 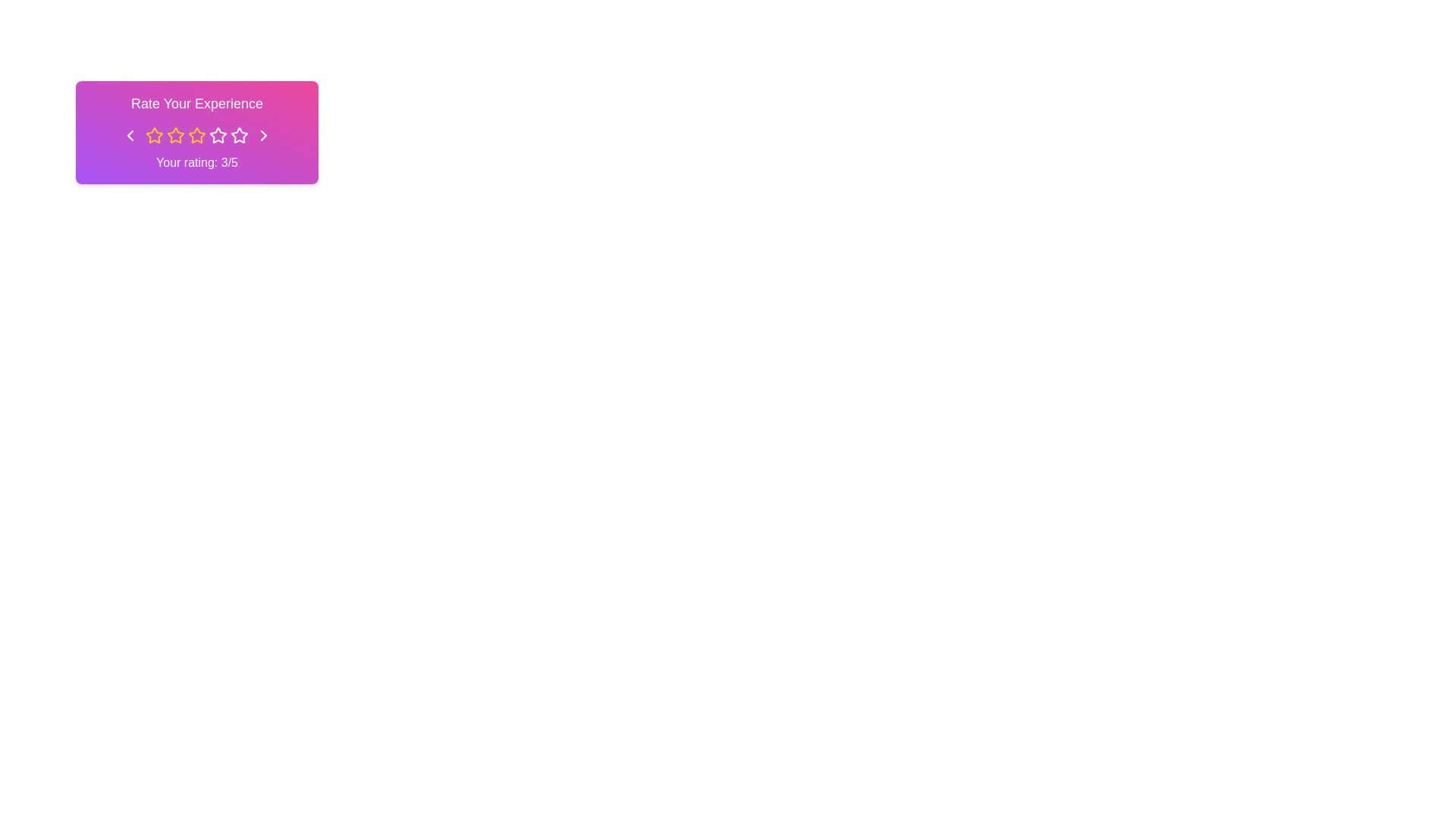 I want to click on the third star icon in the rating group, which is filled with a magenta color, so click(x=218, y=134).